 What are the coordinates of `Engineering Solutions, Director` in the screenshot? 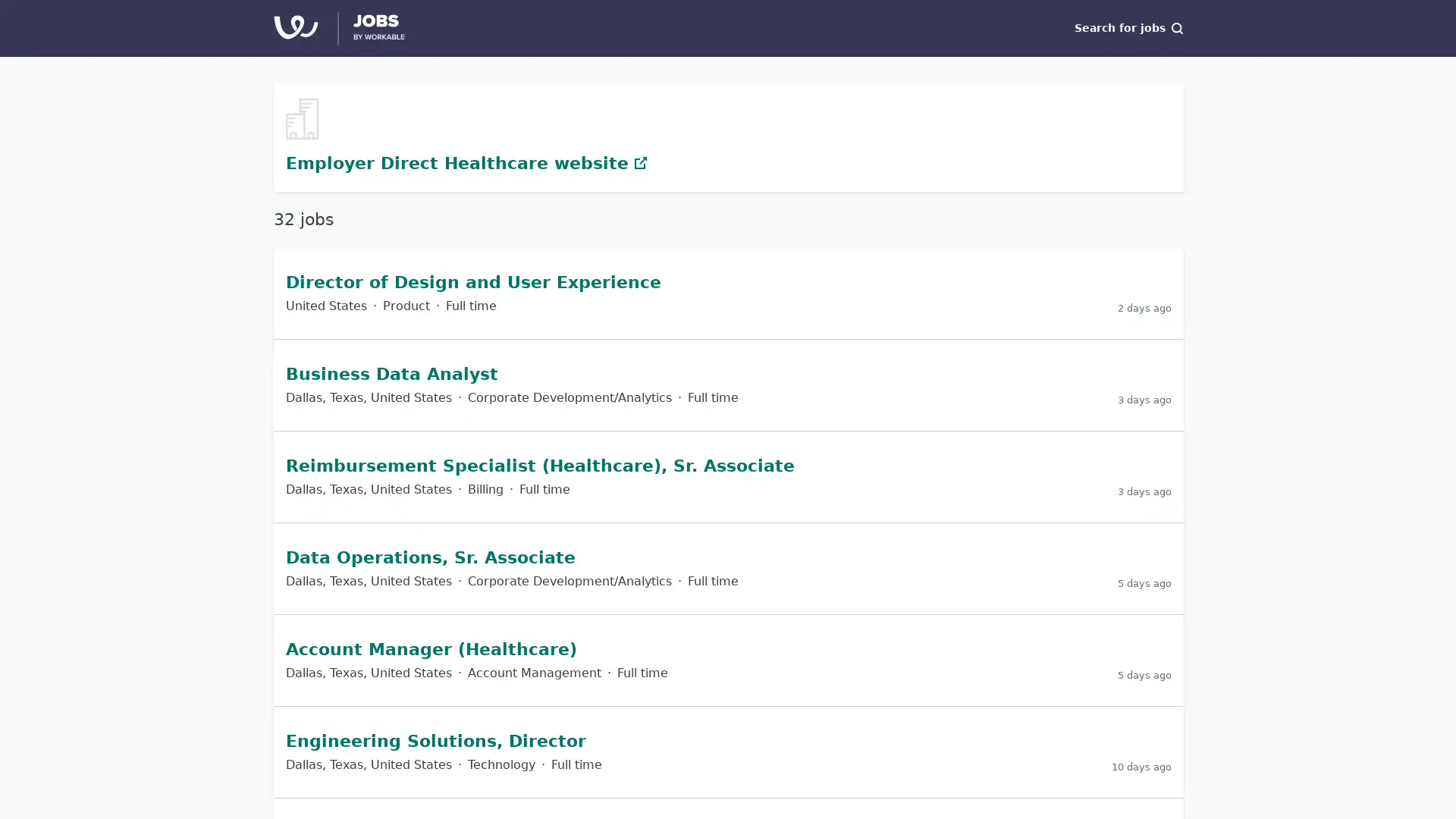 It's located at (435, 739).